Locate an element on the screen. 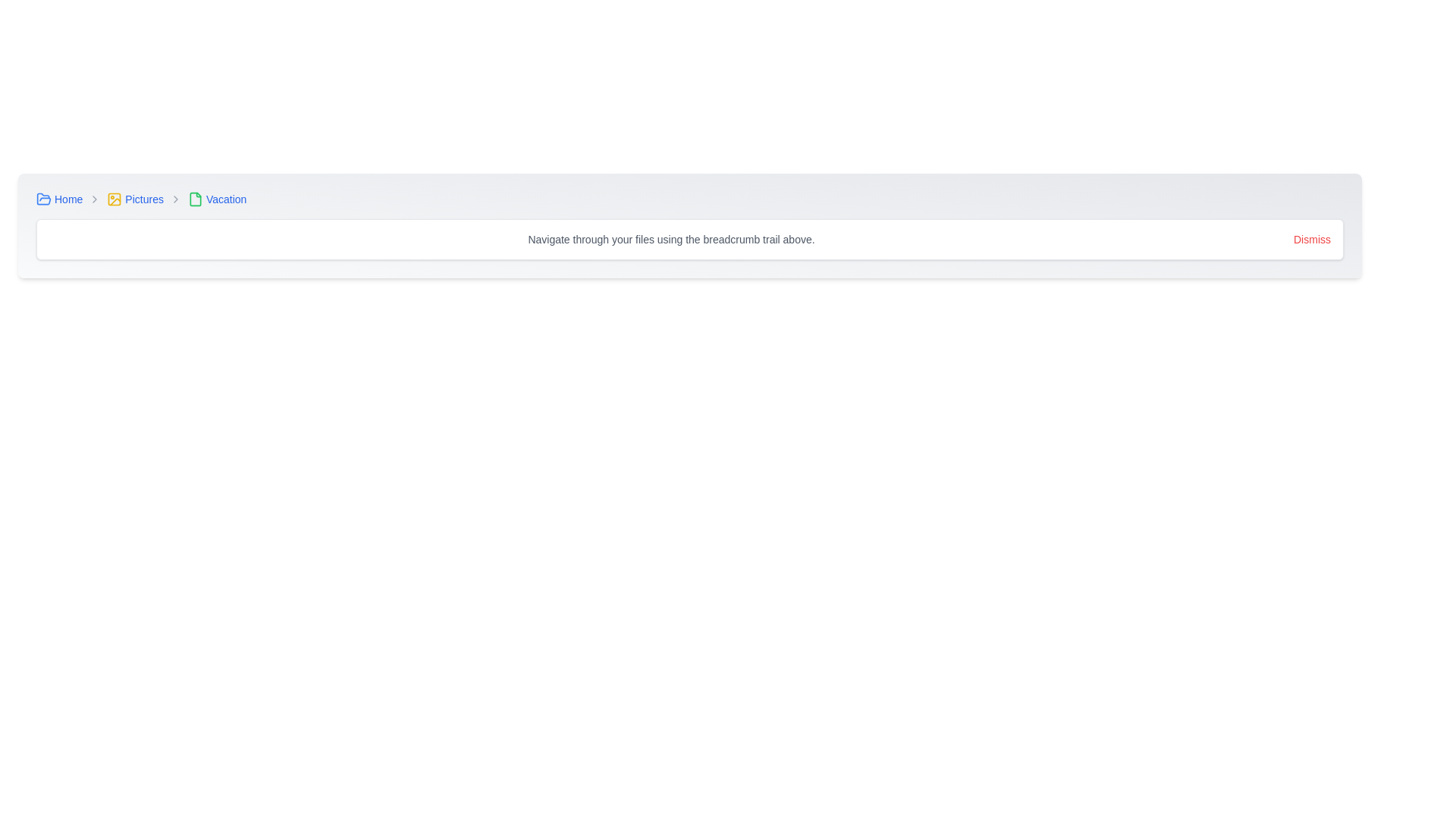 The width and height of the screenshot is (1456, 819). the right-pointing chevron icon in the breadcrumb navigation is located at coordinates (175, 198).